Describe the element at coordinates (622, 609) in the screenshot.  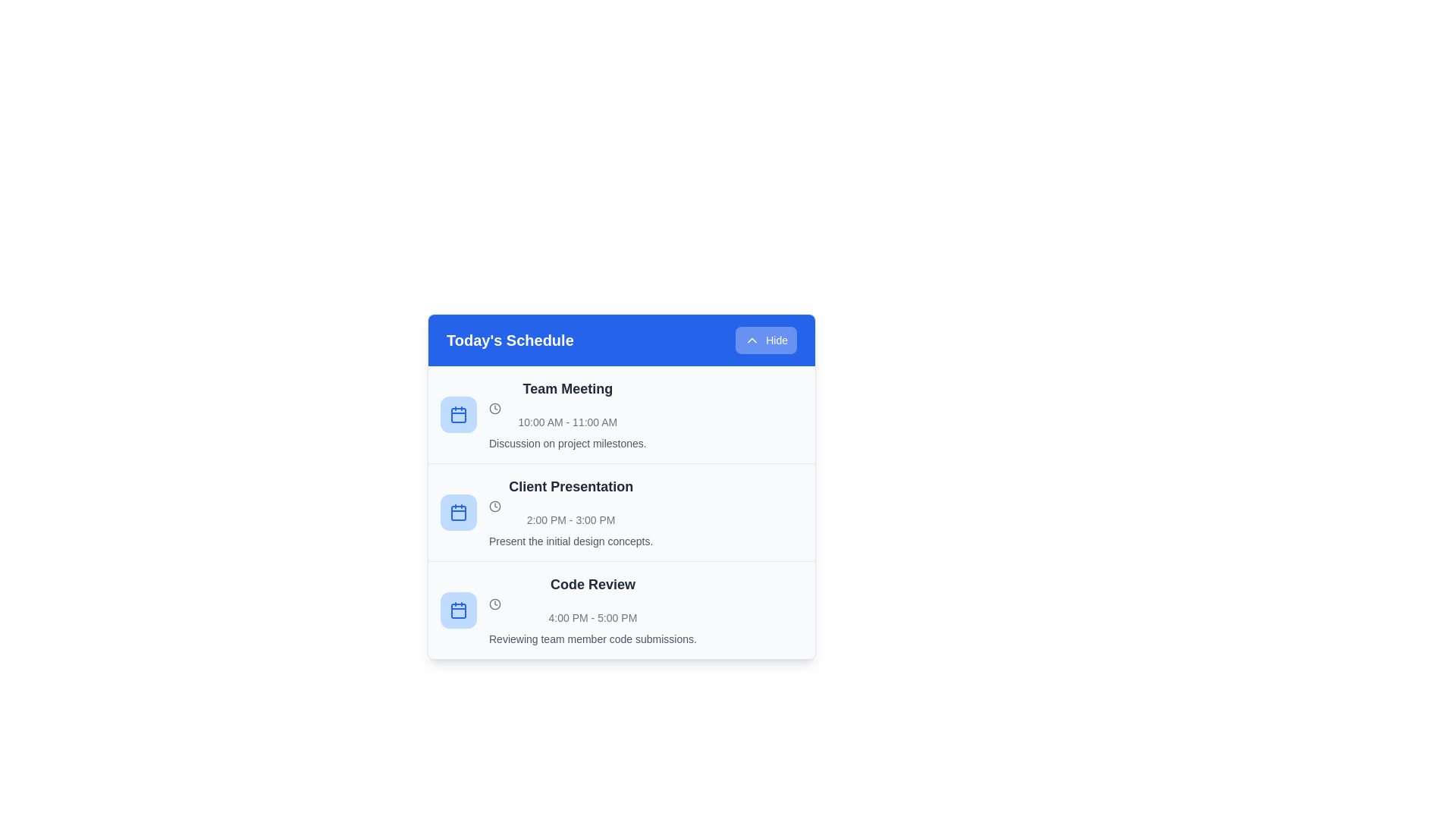
I see `the schedule card for the team review meeting located in the 'Today's Schedule' section` at that location.